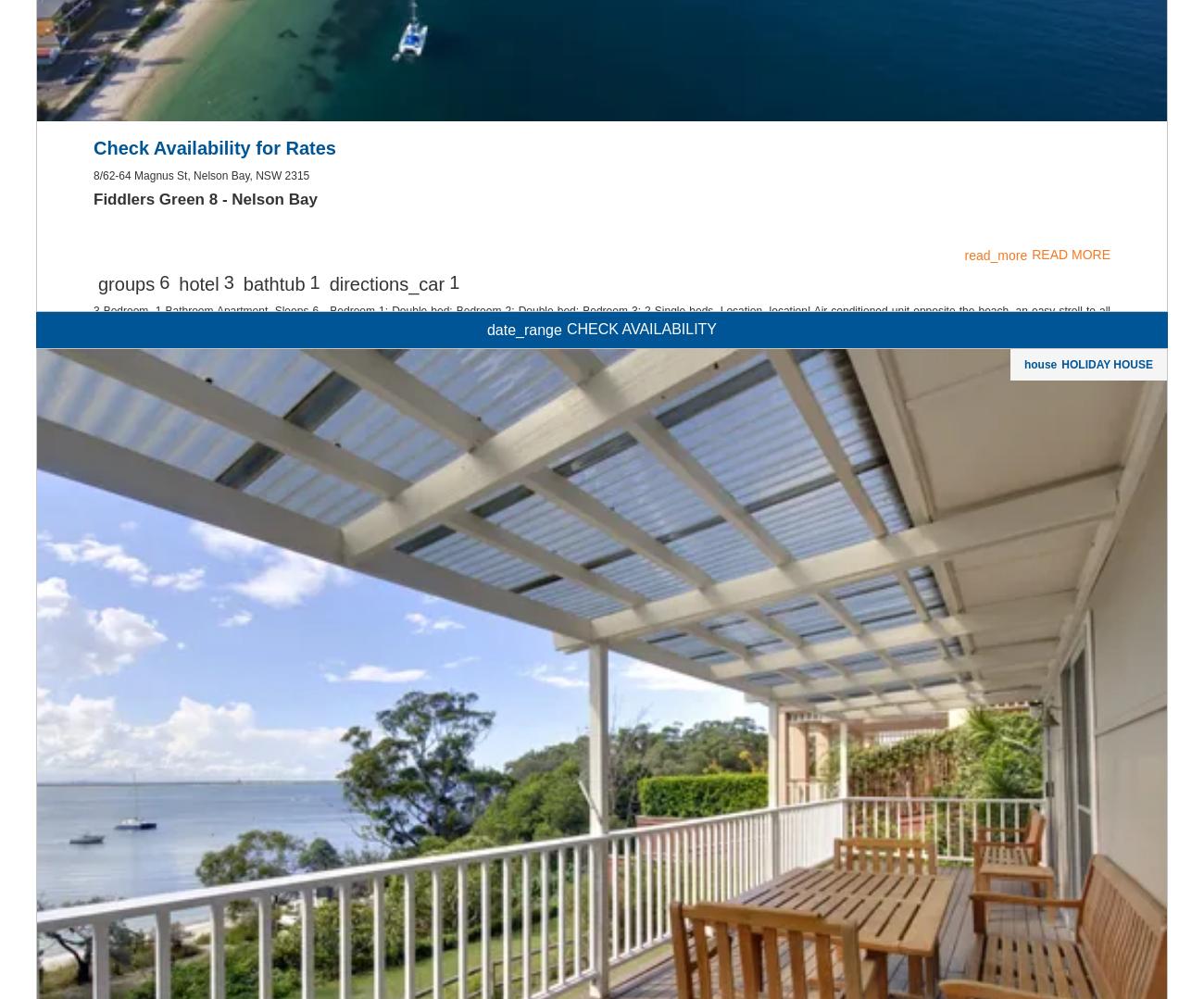 The height and width of the screenshot is (999, 1204). What do you see at coordinates (621, 443) in the screenshot?
I see `'Subscribe'` at bounding box center [621, 443].